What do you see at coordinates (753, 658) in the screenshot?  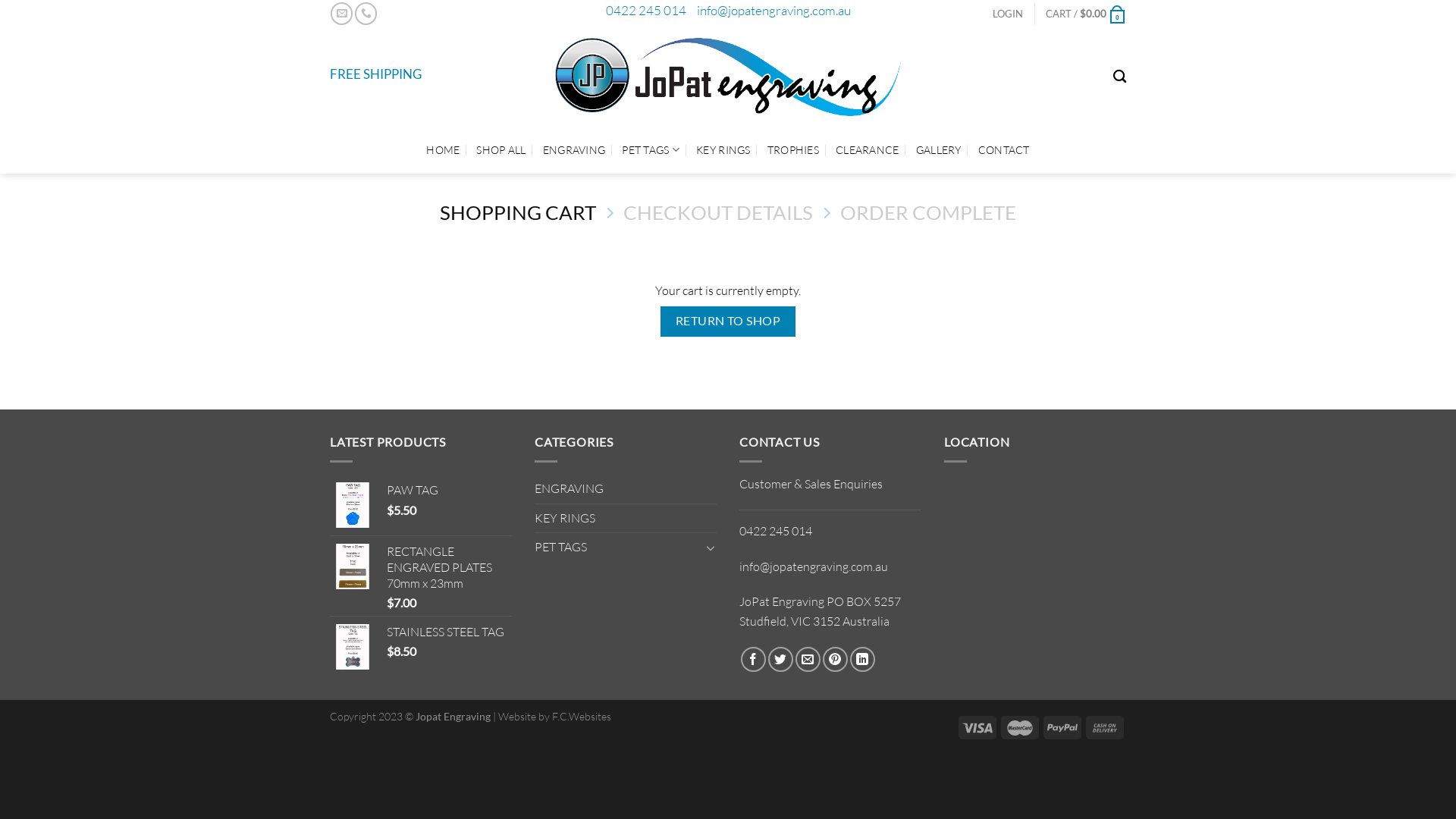 I see `'Share on Facebook'` at bounding box center [753, 658].